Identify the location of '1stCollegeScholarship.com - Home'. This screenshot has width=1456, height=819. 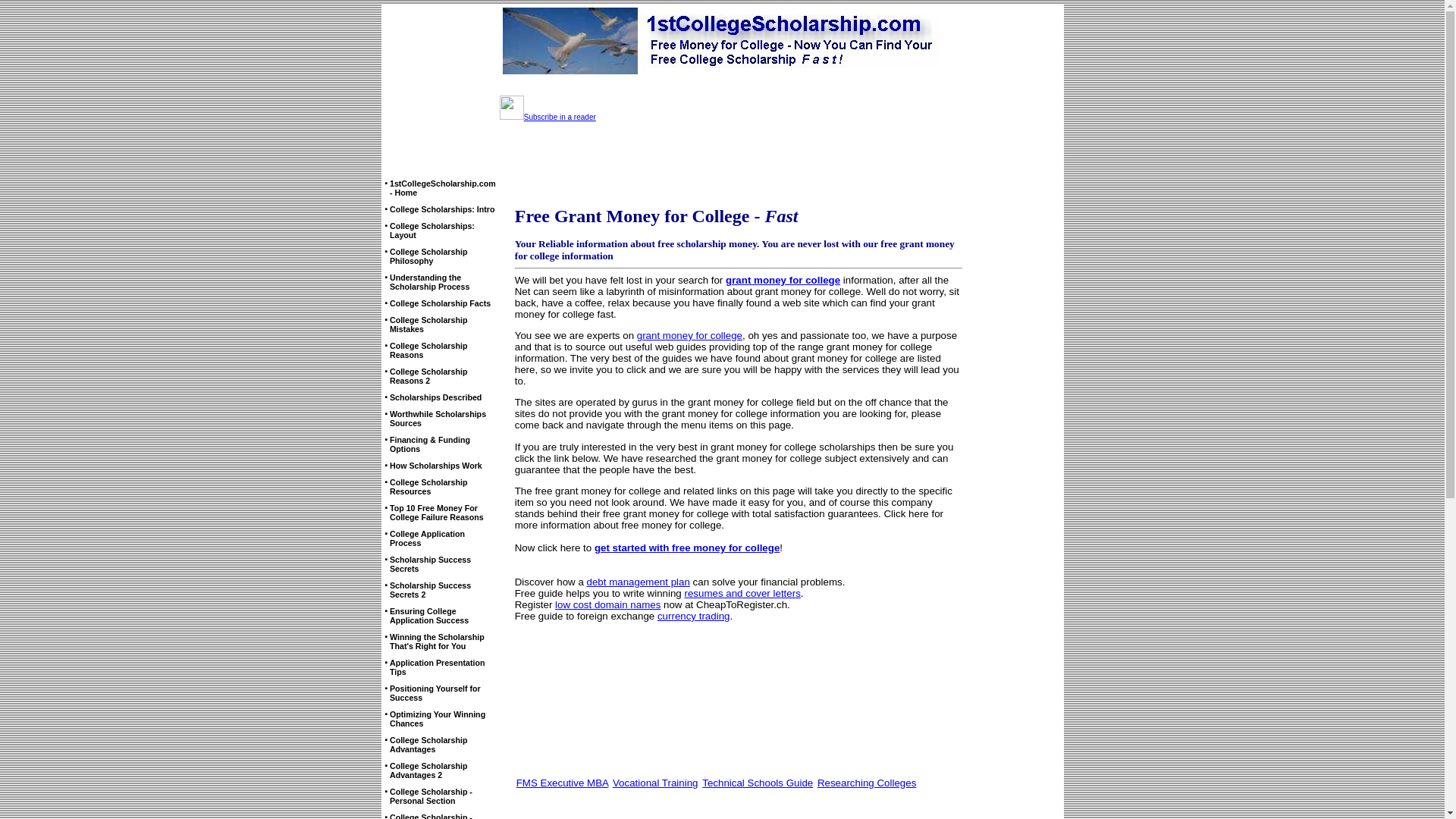
(389, 187).